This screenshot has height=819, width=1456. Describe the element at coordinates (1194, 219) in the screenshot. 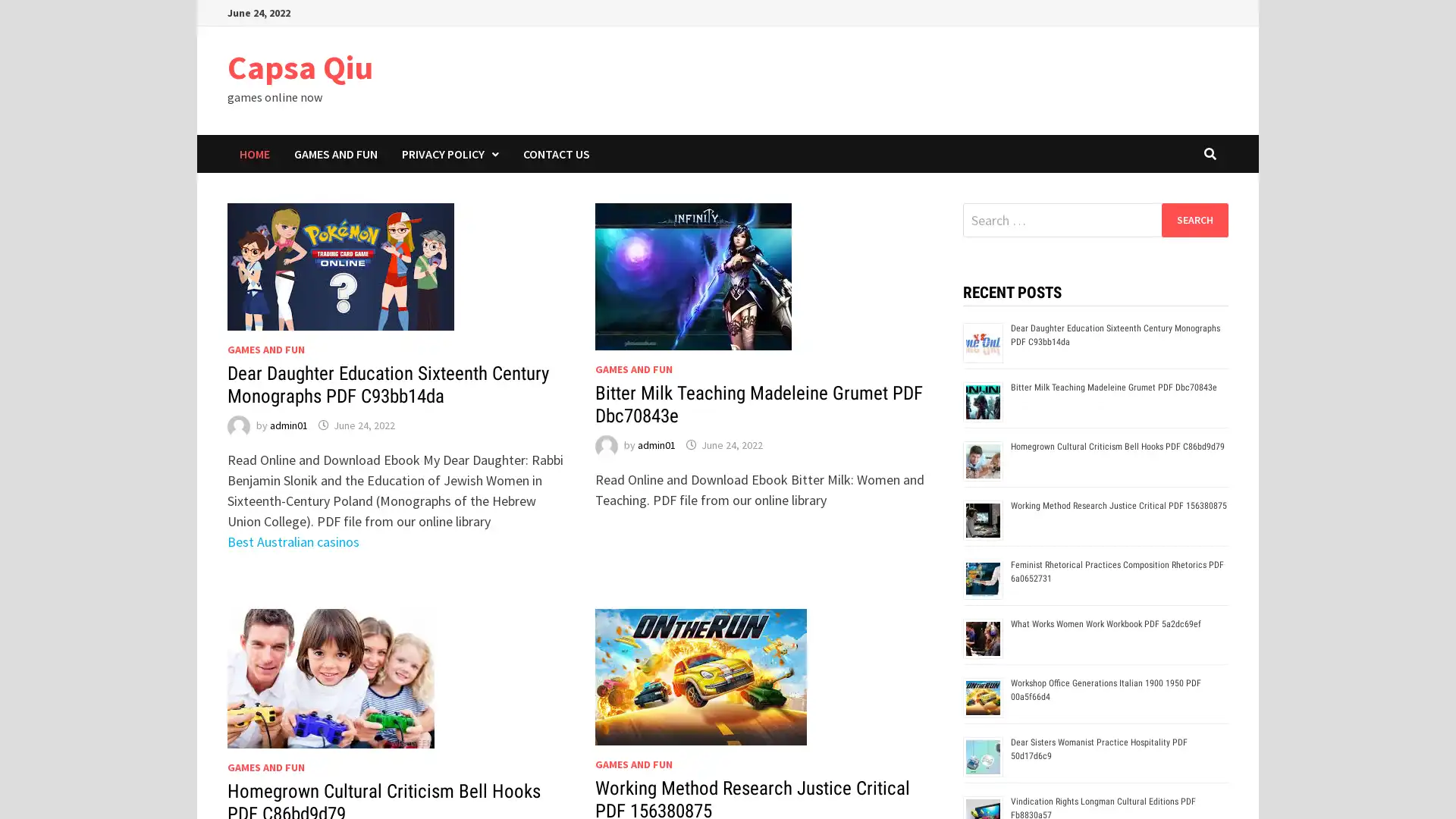

I see `Search` at that location.